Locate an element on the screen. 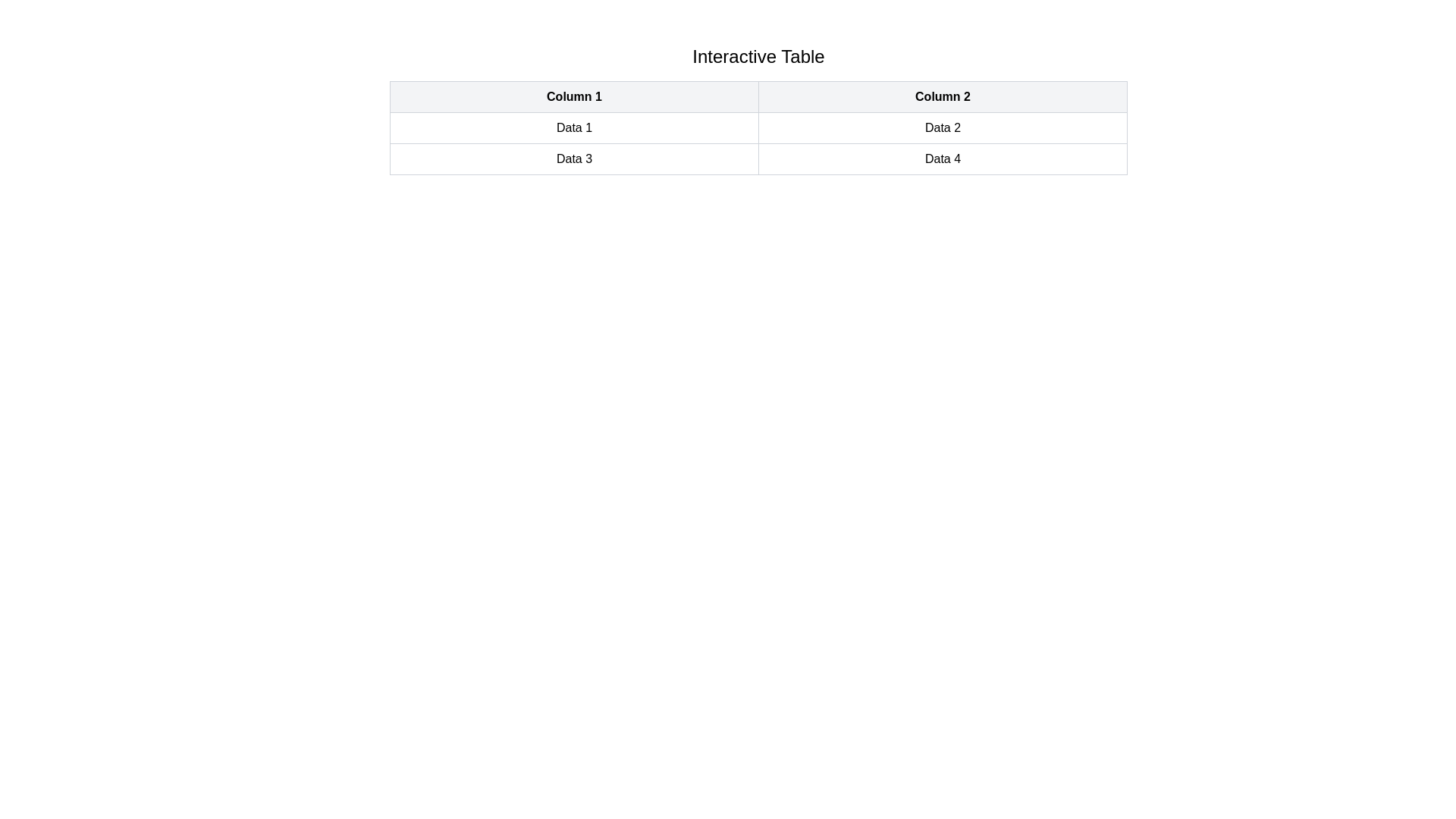 This screenshot has width=1456, height=819. the column header Column 1 to interact with it is located at coordinates (573, 96).